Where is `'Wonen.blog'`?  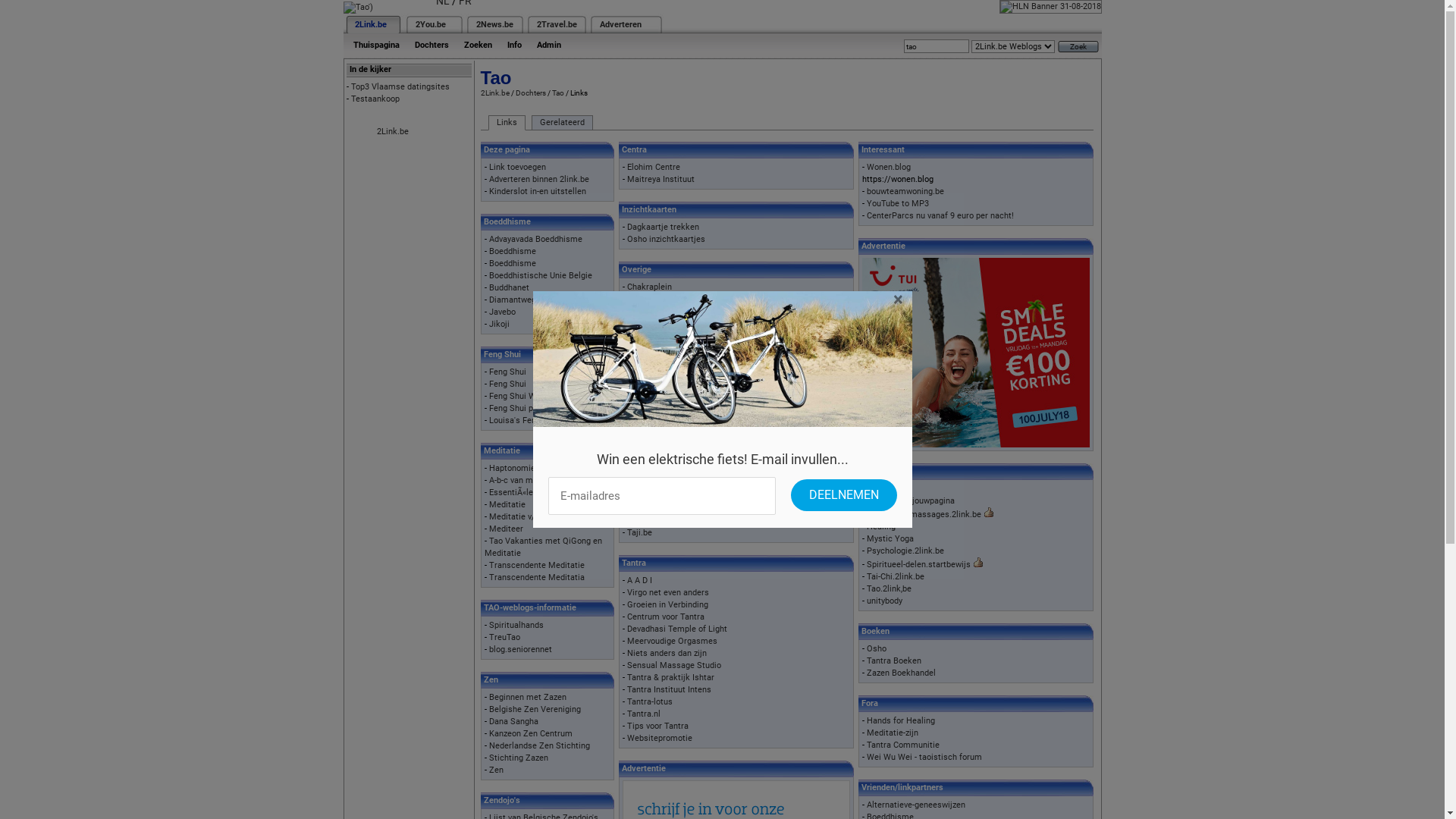
'Wonen.blog' is located at coordinates (888, 167).